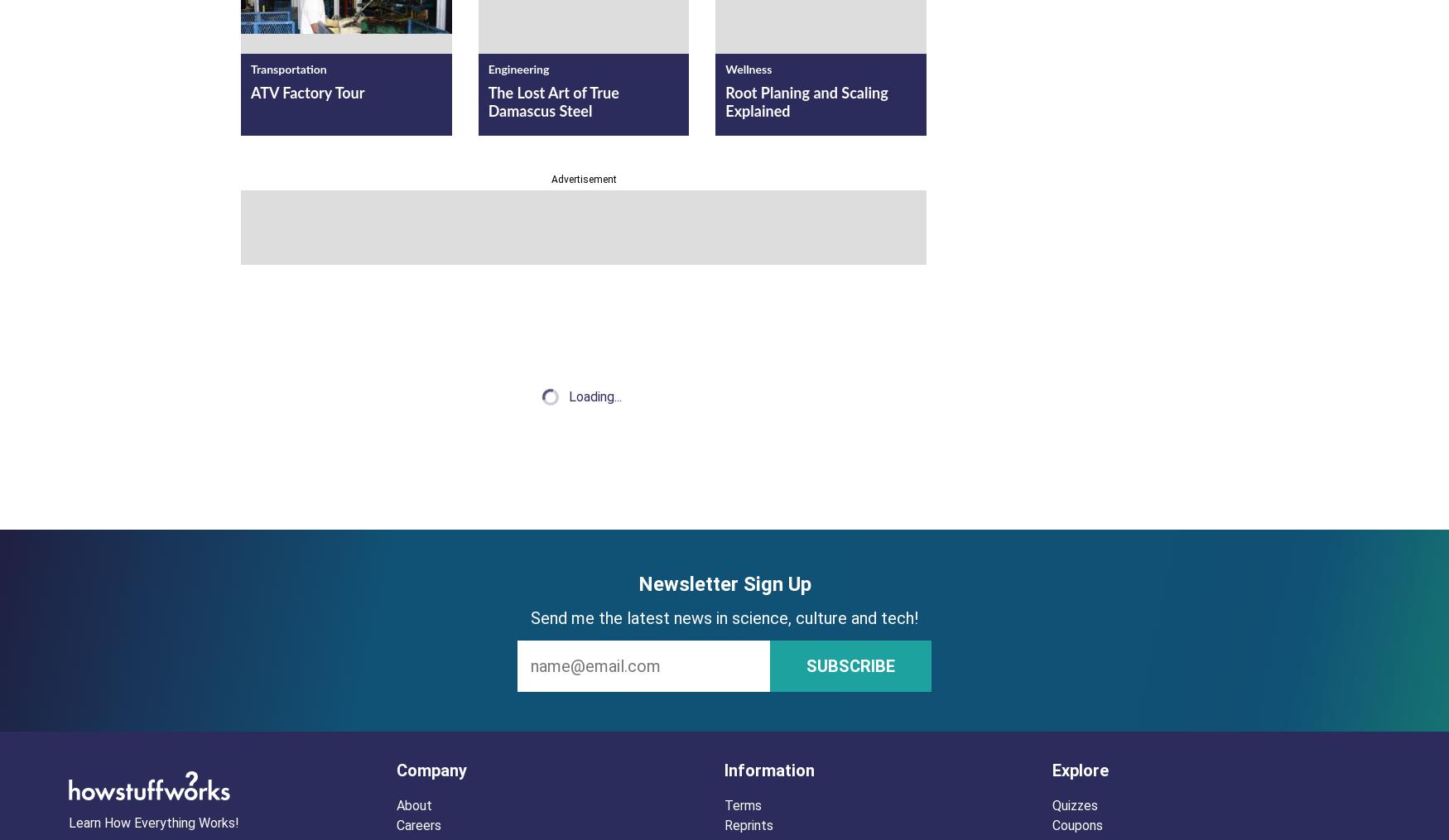 The width and height of the screenshot is (1449, 840). Describe the element at coordinates (517, 70) in the screenshot. I see `'Engineering'` at that location.